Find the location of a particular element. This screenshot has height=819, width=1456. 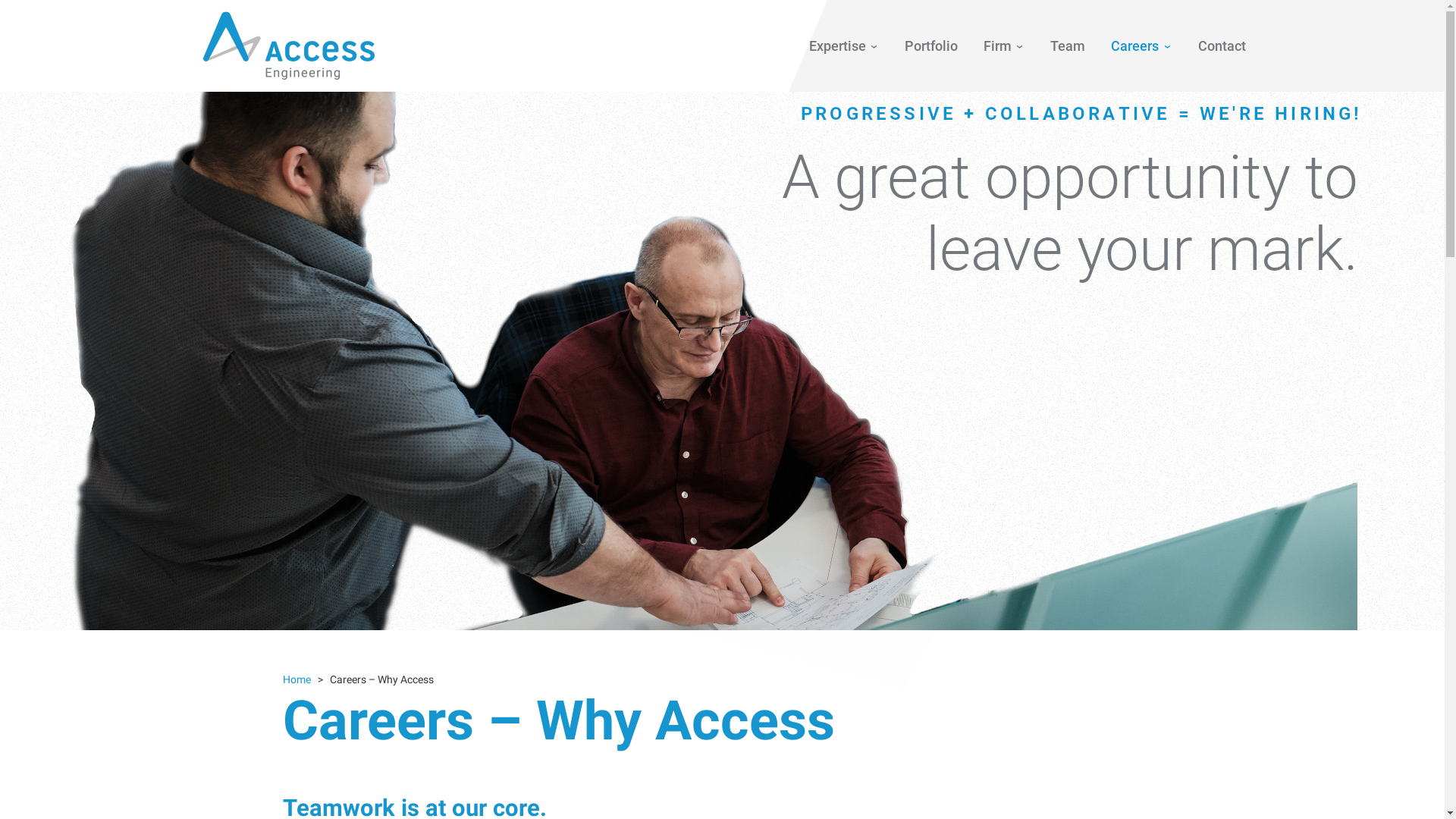

'Portfolio' is located at coordinates (930, 45).